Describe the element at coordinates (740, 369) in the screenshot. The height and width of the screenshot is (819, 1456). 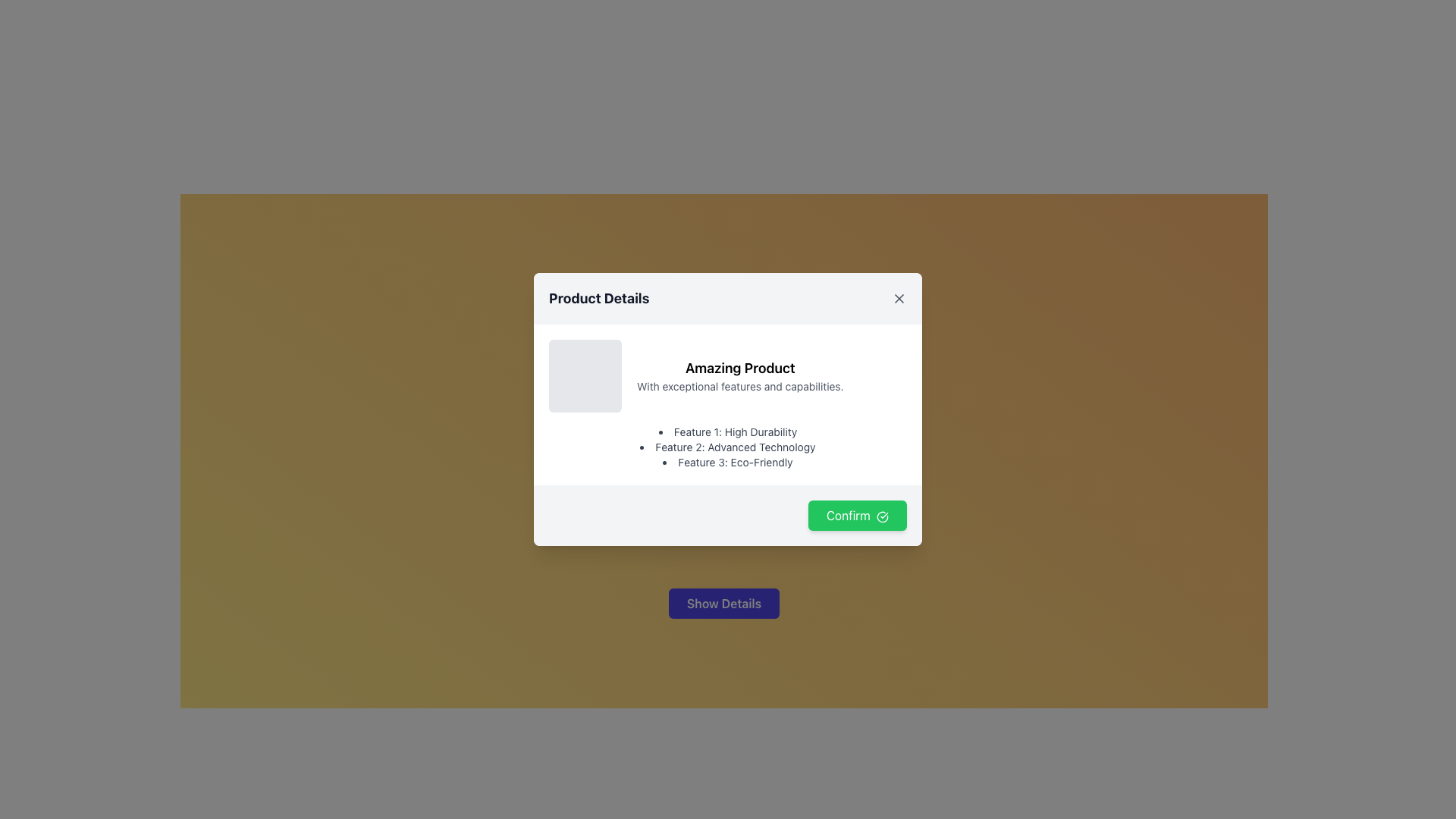
I see `the title text block in the 'Product Details' modal dialog, which serves as the header for the showcased product` at that location.